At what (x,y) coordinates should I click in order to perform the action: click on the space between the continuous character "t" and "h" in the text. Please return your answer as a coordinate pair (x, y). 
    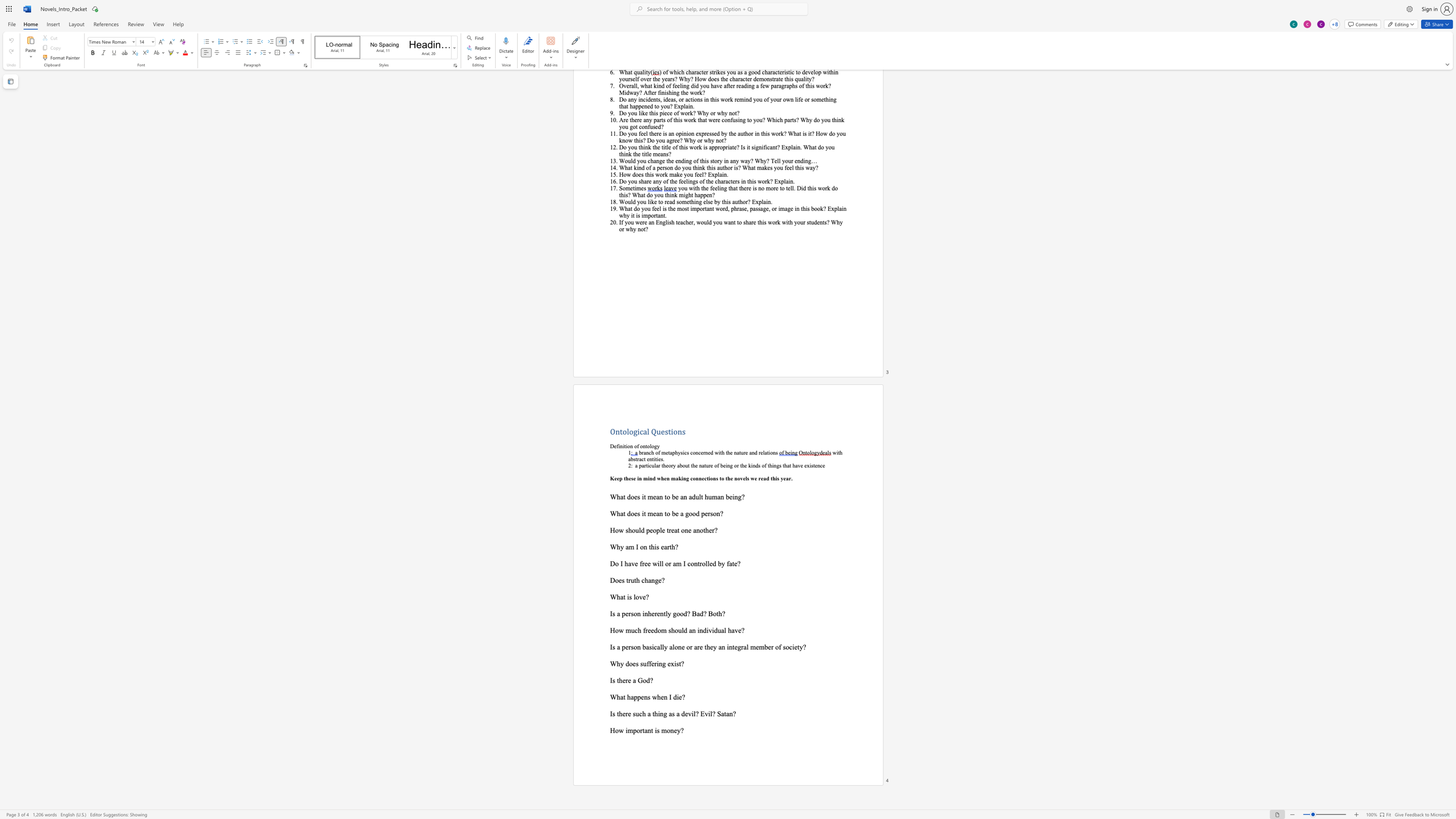
    Looking at the image, I should click on (718, 613).